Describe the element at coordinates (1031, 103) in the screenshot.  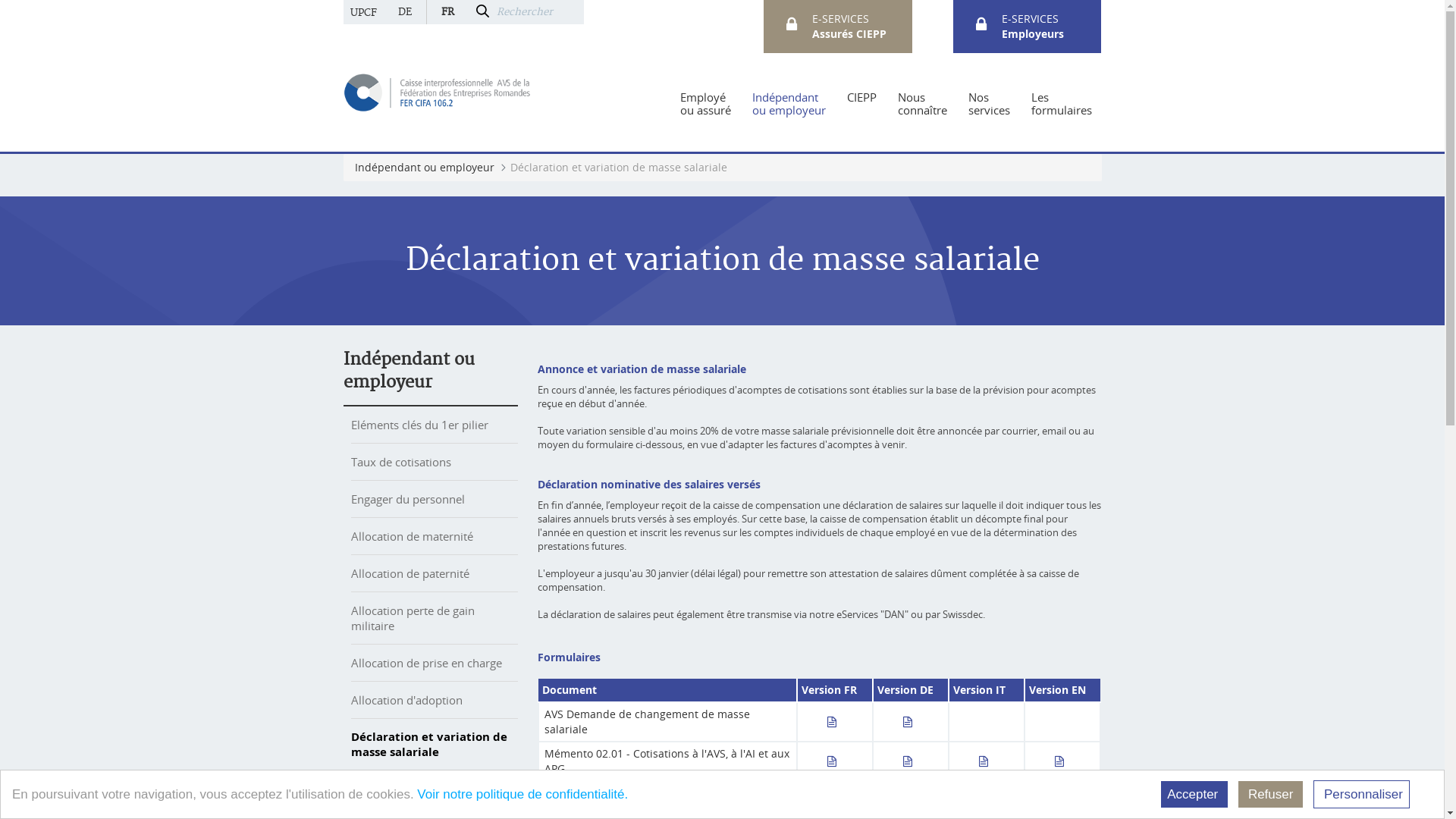
I see `'Les` at that location.